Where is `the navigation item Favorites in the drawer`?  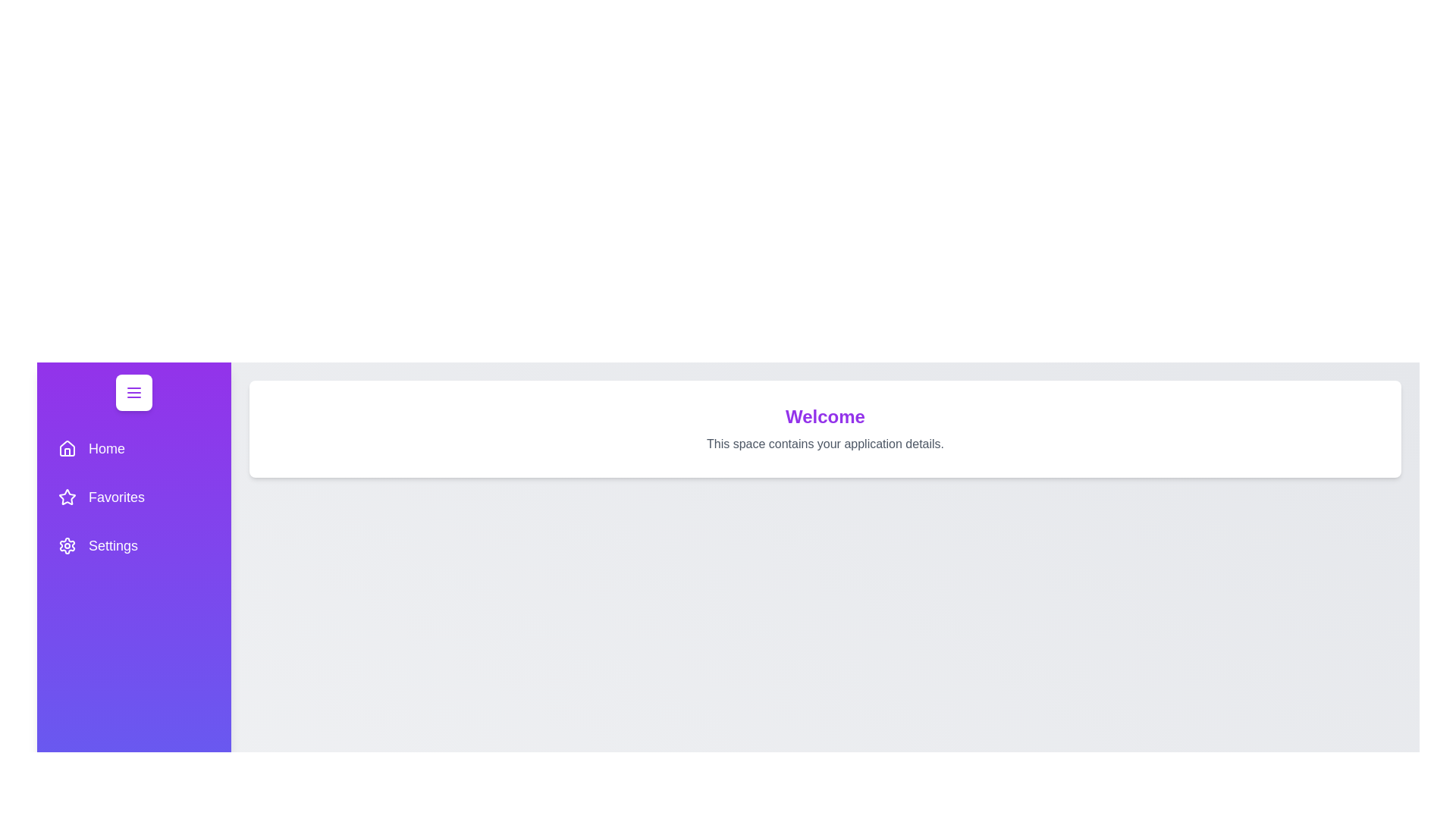 the navigation item Favorites in the drawer is located at coordinates (134, 497).